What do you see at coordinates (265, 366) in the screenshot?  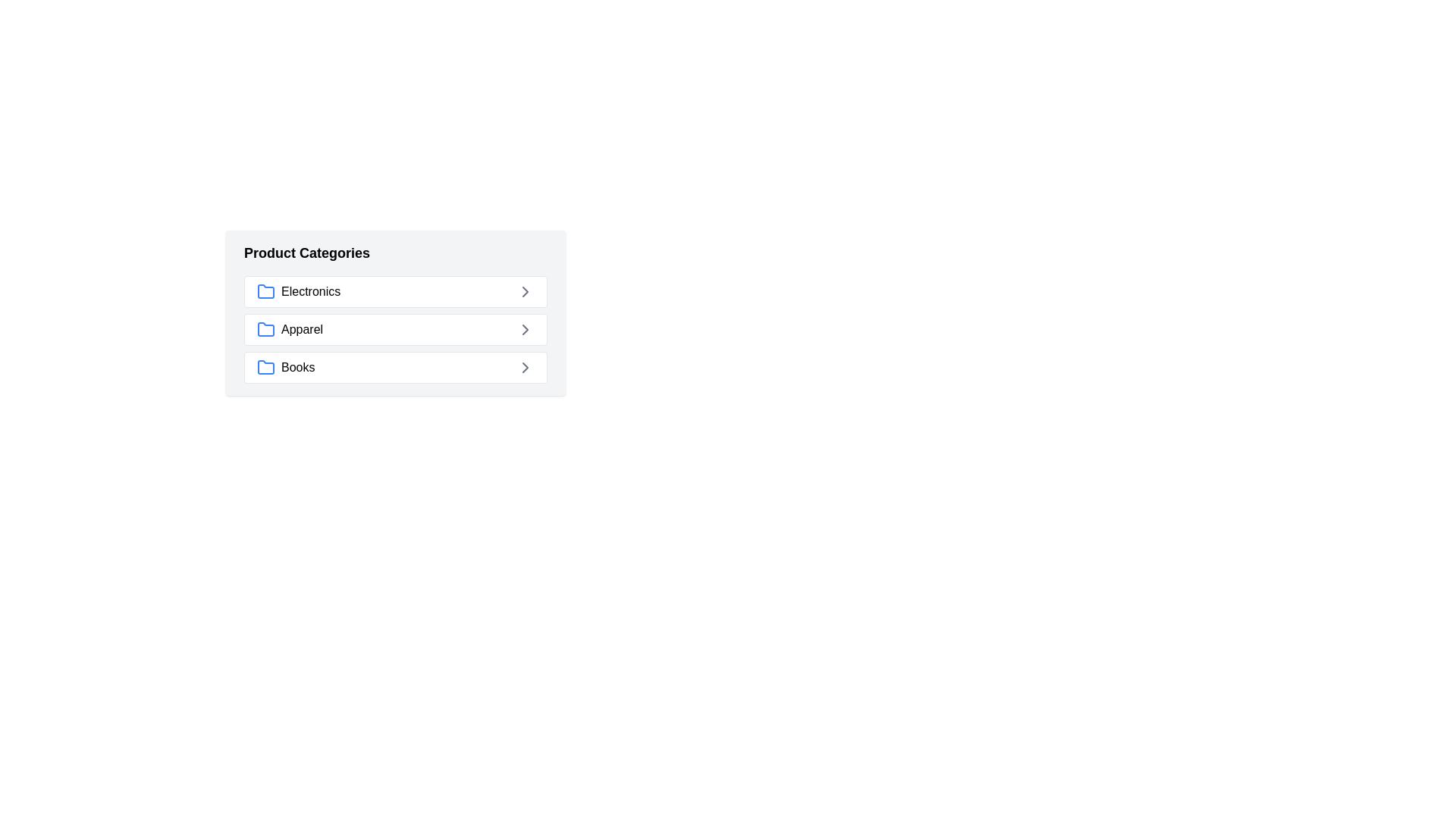 I see `the SVG-based folder icon that represents the 'Books' category in the Product Categories list` at bounding box center [265, 366].